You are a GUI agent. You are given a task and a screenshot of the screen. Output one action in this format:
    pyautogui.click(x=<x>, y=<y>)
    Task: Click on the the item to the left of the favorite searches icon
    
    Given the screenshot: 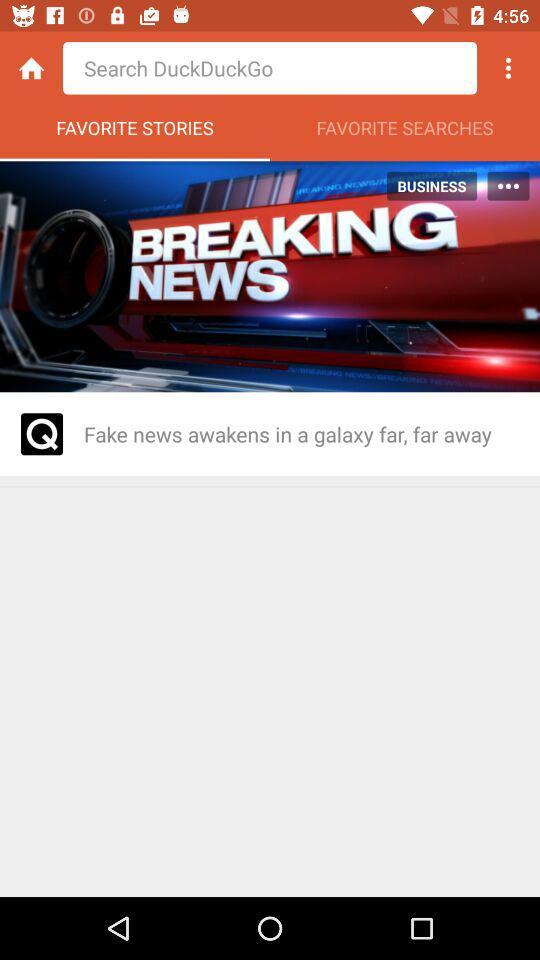 What is the action you would take?
    pyautogui.click(x=135, y=132)
    